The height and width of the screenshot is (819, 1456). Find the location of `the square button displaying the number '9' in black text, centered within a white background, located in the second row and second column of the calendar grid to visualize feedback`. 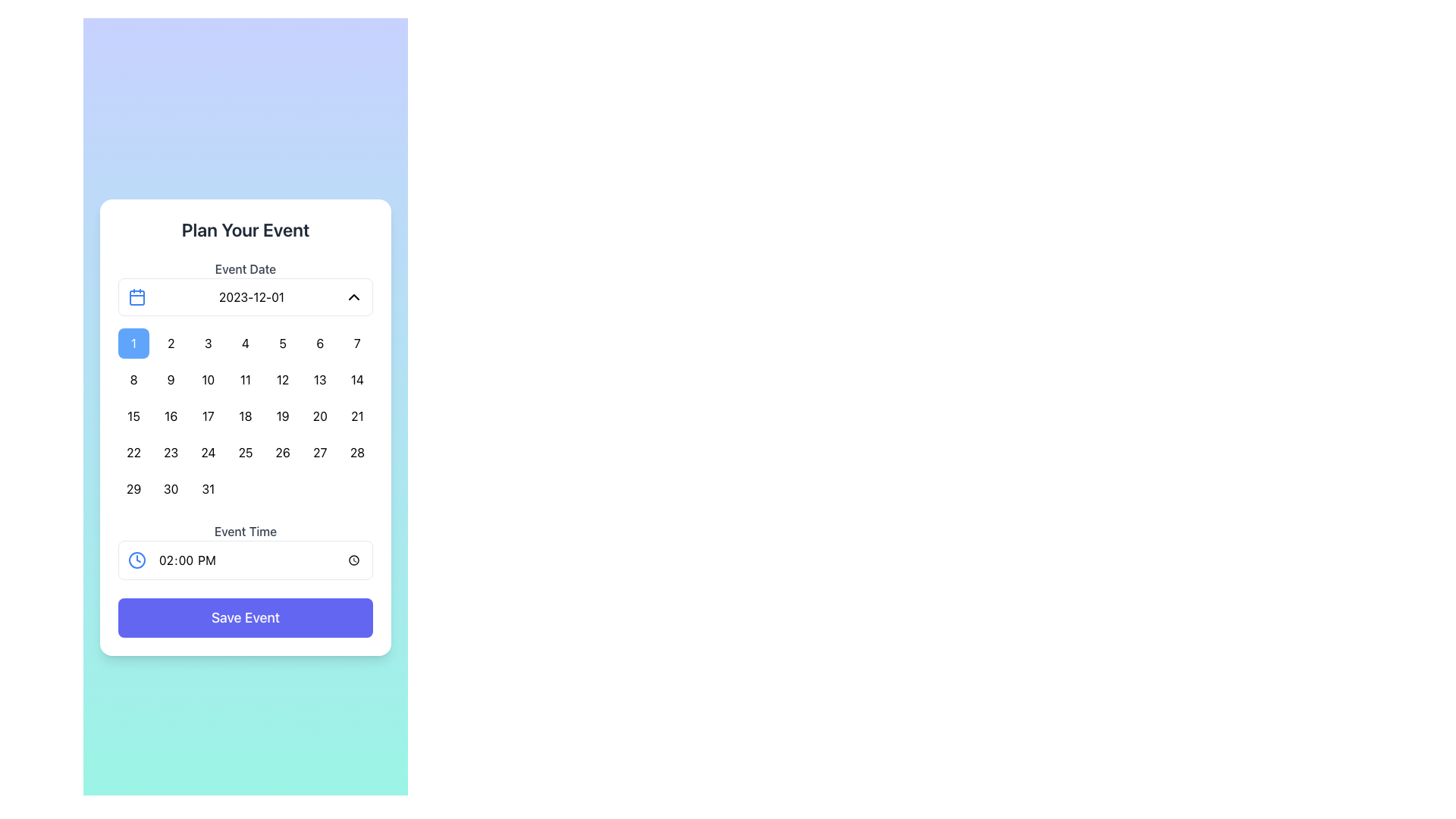

the square button displaying the number '9' in black text, centered within a white background, located in the second row and second column of the calendar grid to visualize feedback is located at coordinates (171, 379).